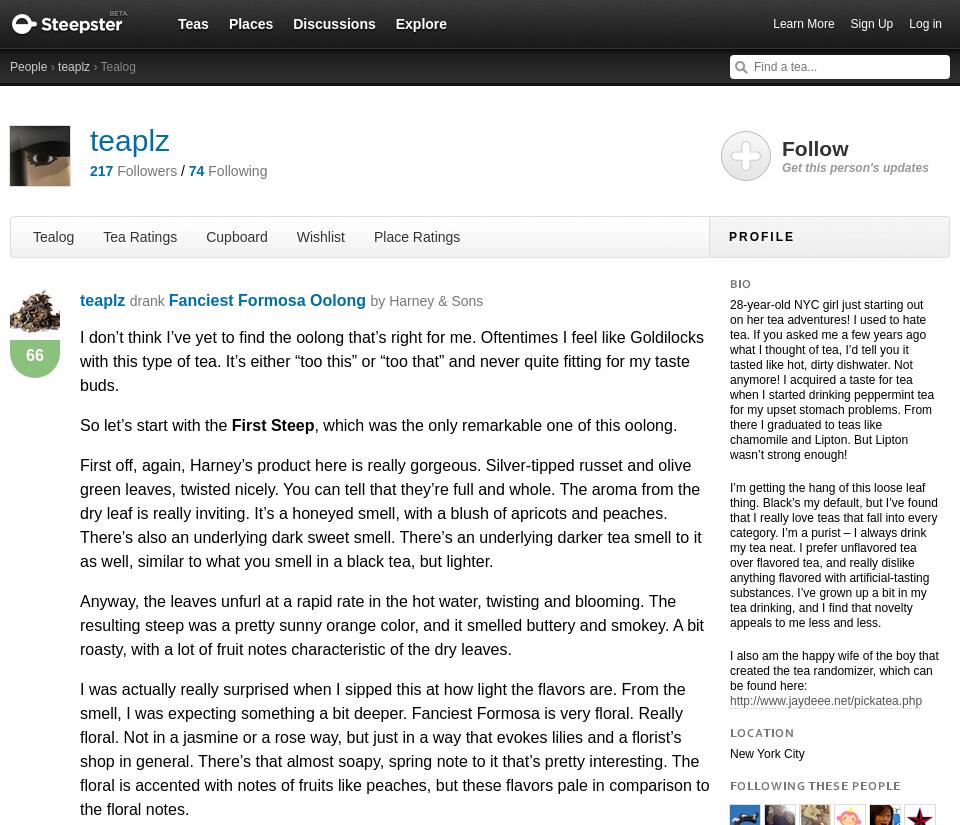 The image size is (960, 825). What do you see at coordinates (925, 23) in the screenshot?
I see `'Log in'` at bounding box center [925, 23].